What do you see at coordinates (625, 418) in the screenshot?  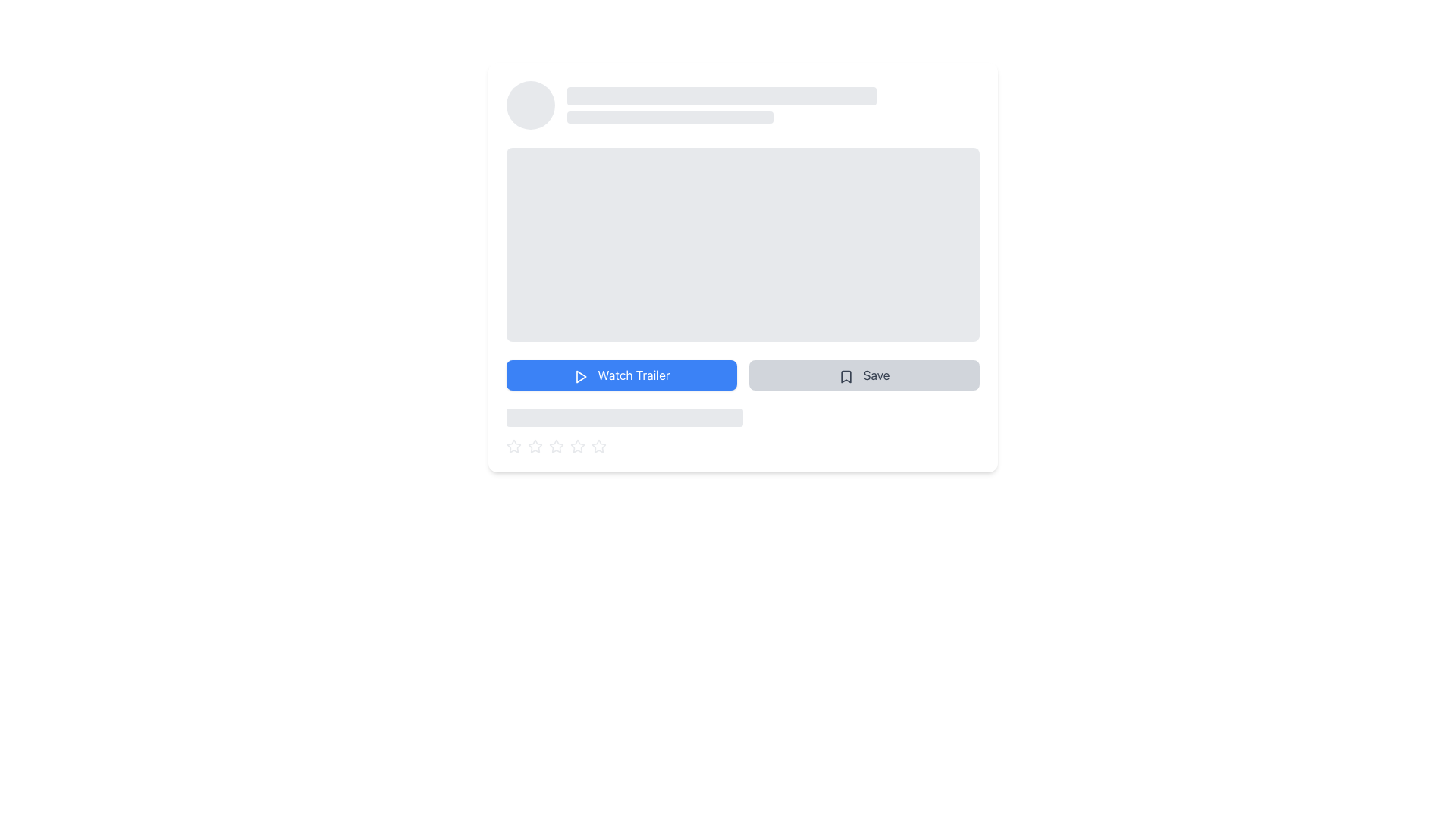 I see `the loading bar or placeholder, which is a horizontal rectangular bar with rounded corners, located beneath the 'Watch Trailer' and 'Save' buttons` at bounding box center [625, 418].